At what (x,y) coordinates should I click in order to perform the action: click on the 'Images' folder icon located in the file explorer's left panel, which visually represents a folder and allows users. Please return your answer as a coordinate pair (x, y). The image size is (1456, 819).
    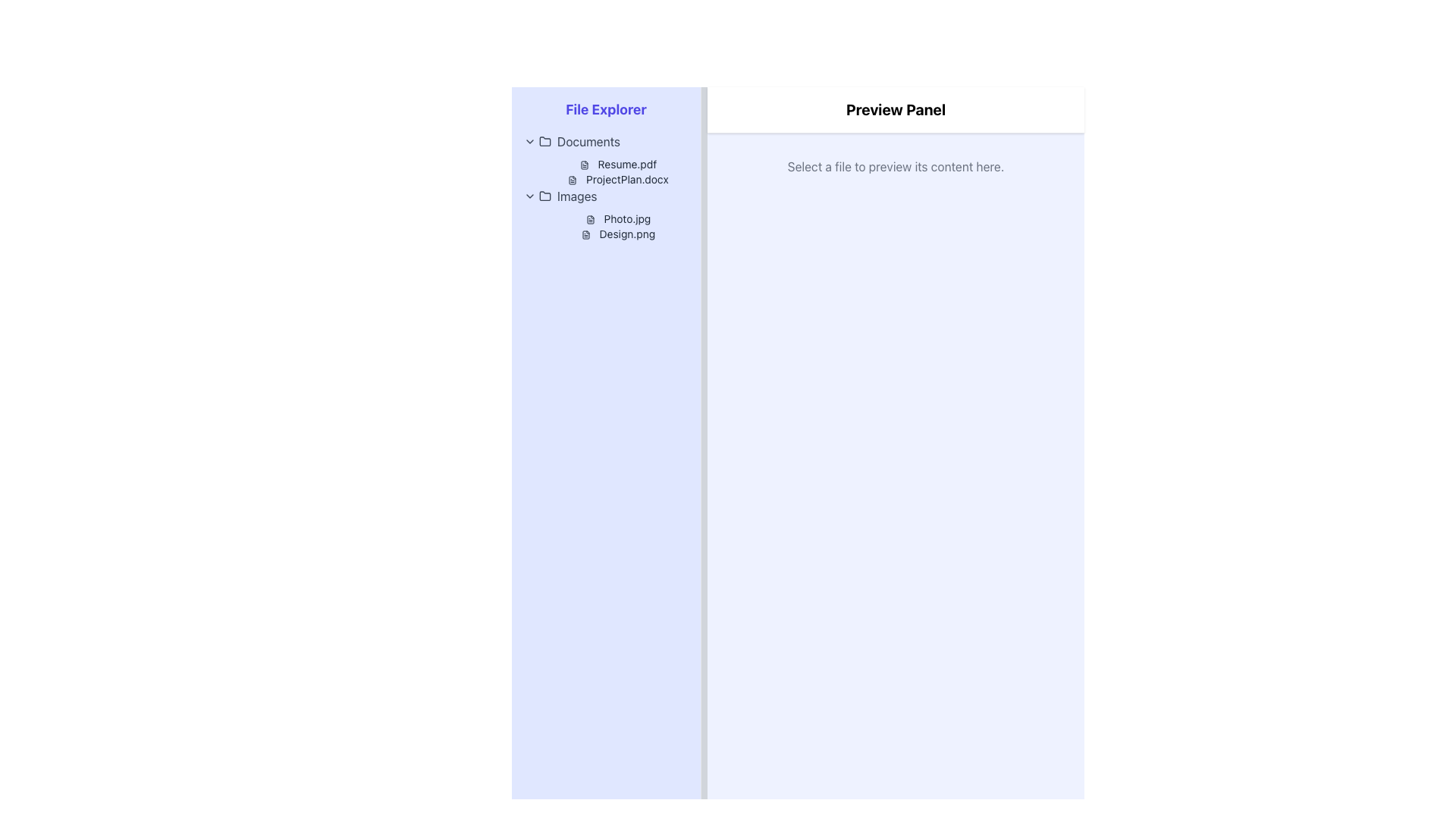
    Looking at the image, I should click on (545, 195).